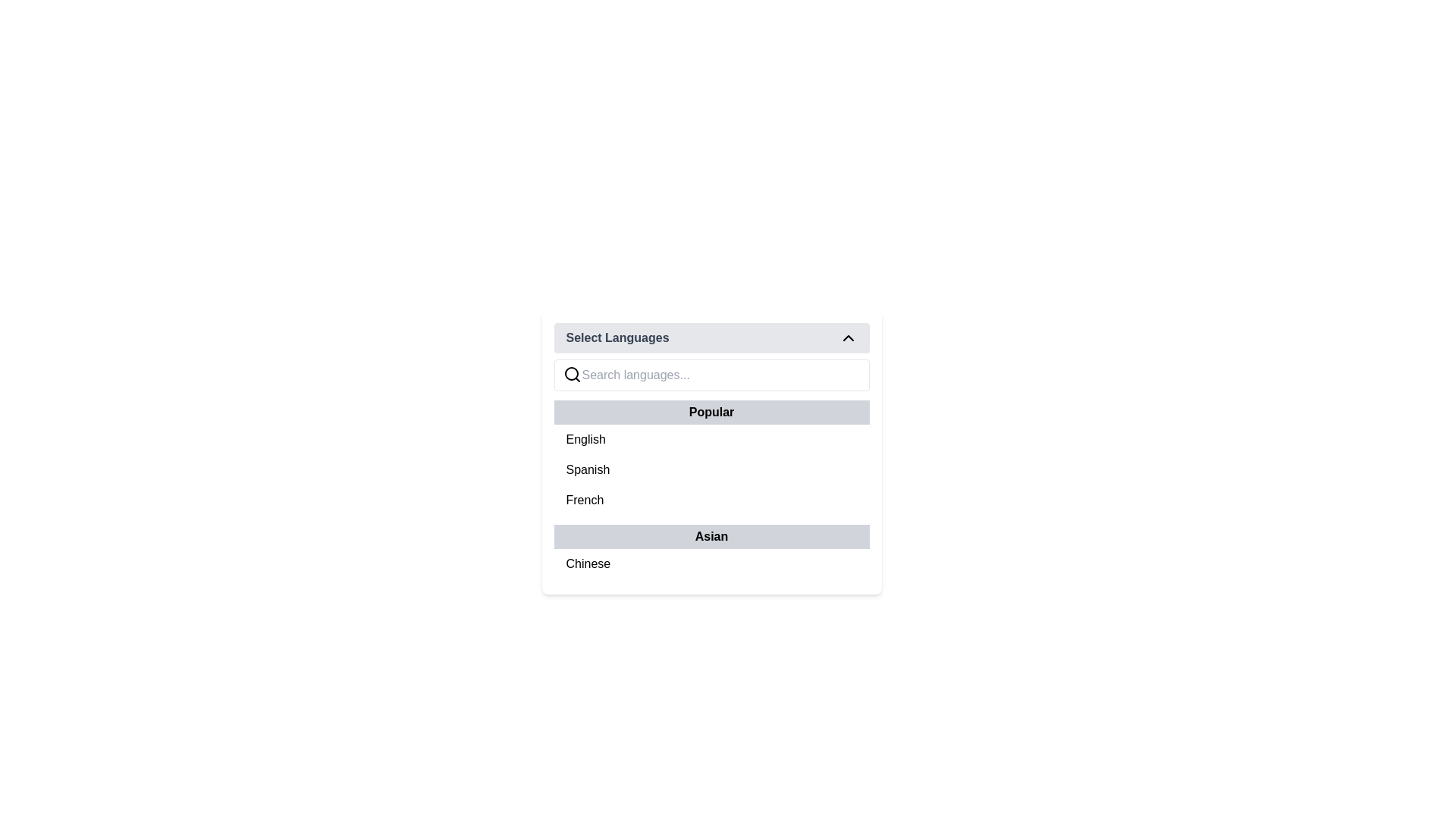 This screenshot has width=1456, height=819. What do you see at coordinates (711, 469) in the screenshot?
I see `the list item labeled 'Spanish' in the 'Popular' section of the dropdown menu to navigate through keyboard inputs` at bounding box center [711, 469].